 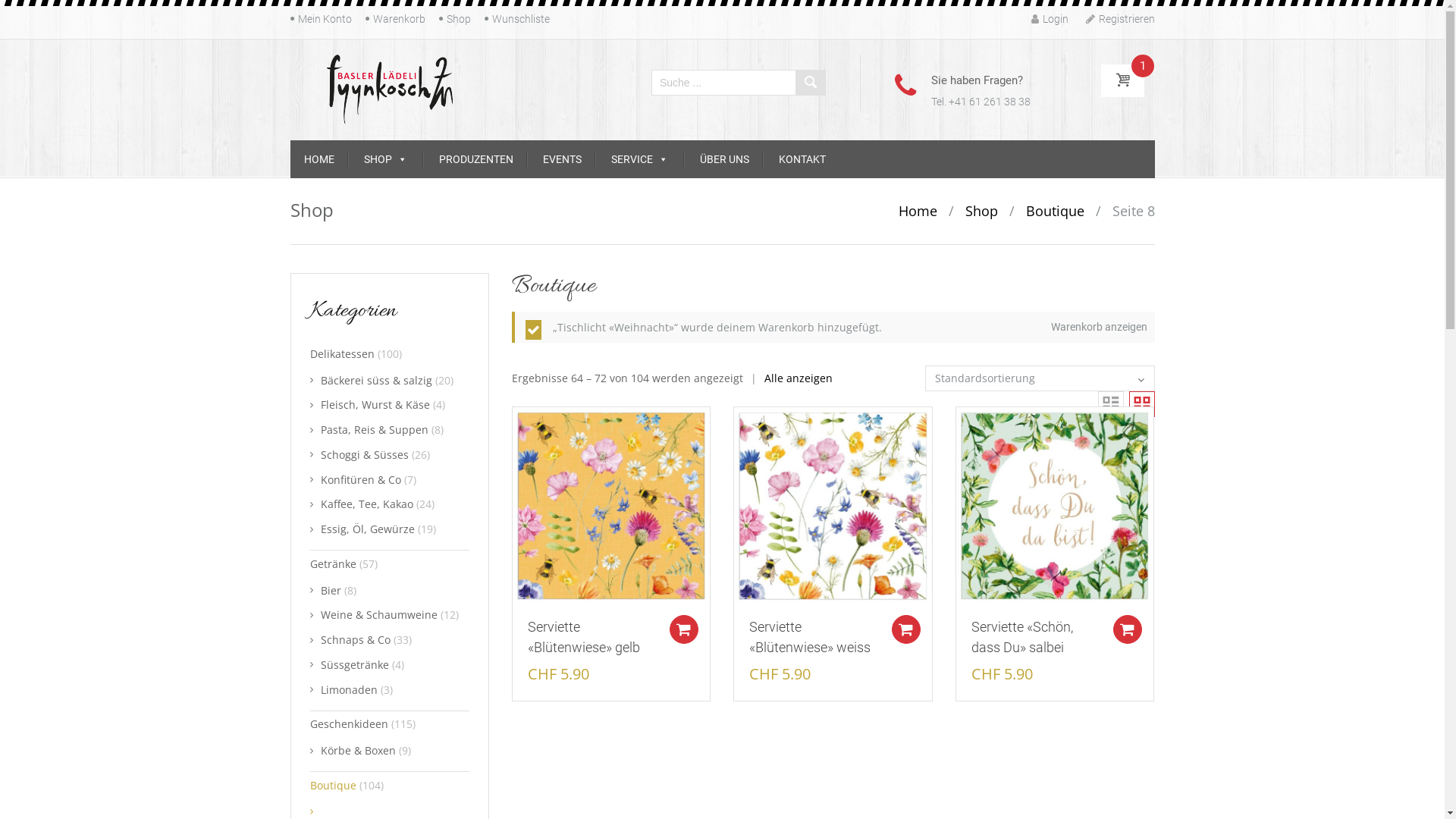 What do you see at coordinates (520, 18) in the screenshot?
I see `'Wunschliste'` at bounding box center [520, 18].